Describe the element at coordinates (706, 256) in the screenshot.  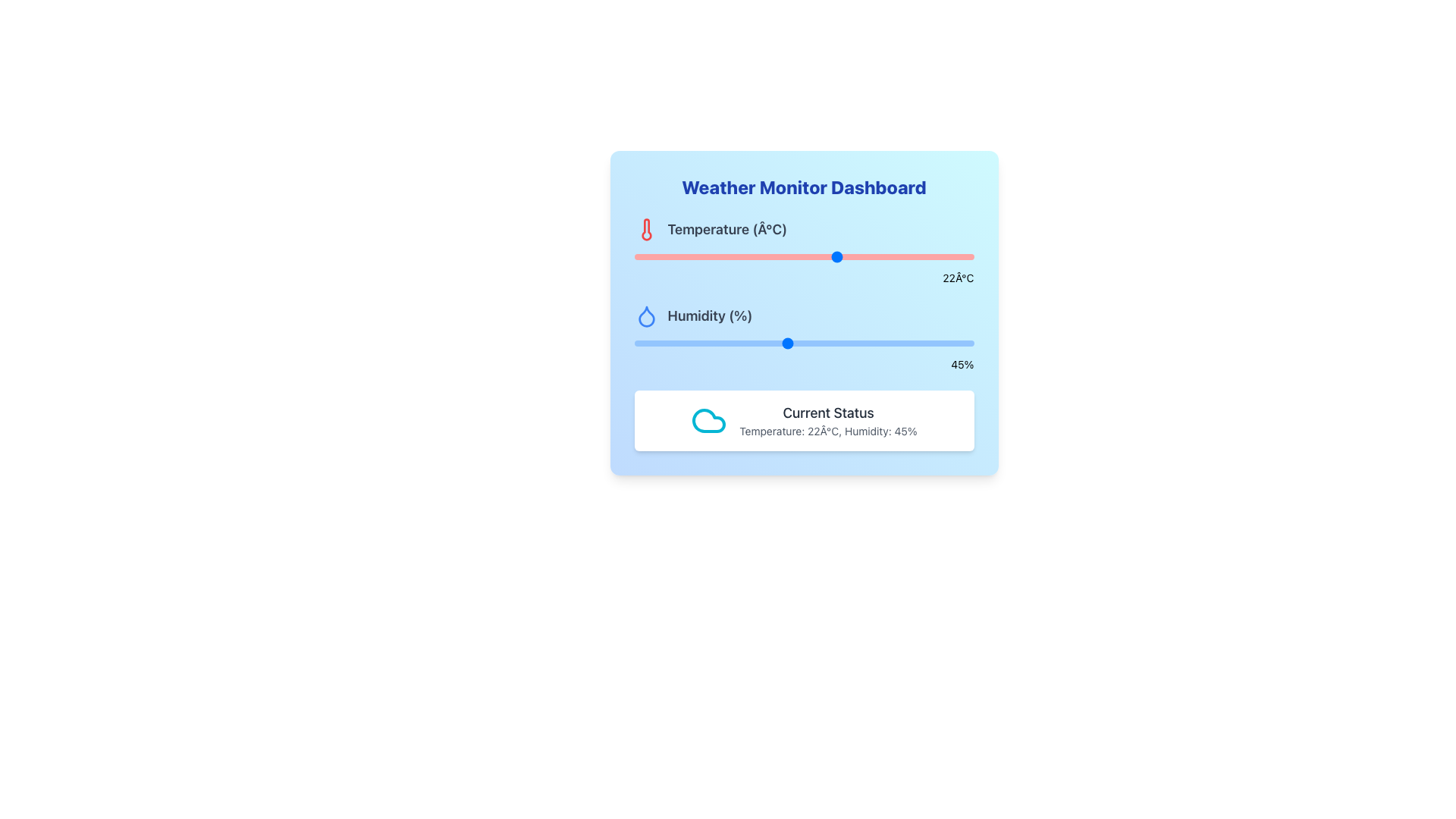
I see `the temperature slider` at that location.